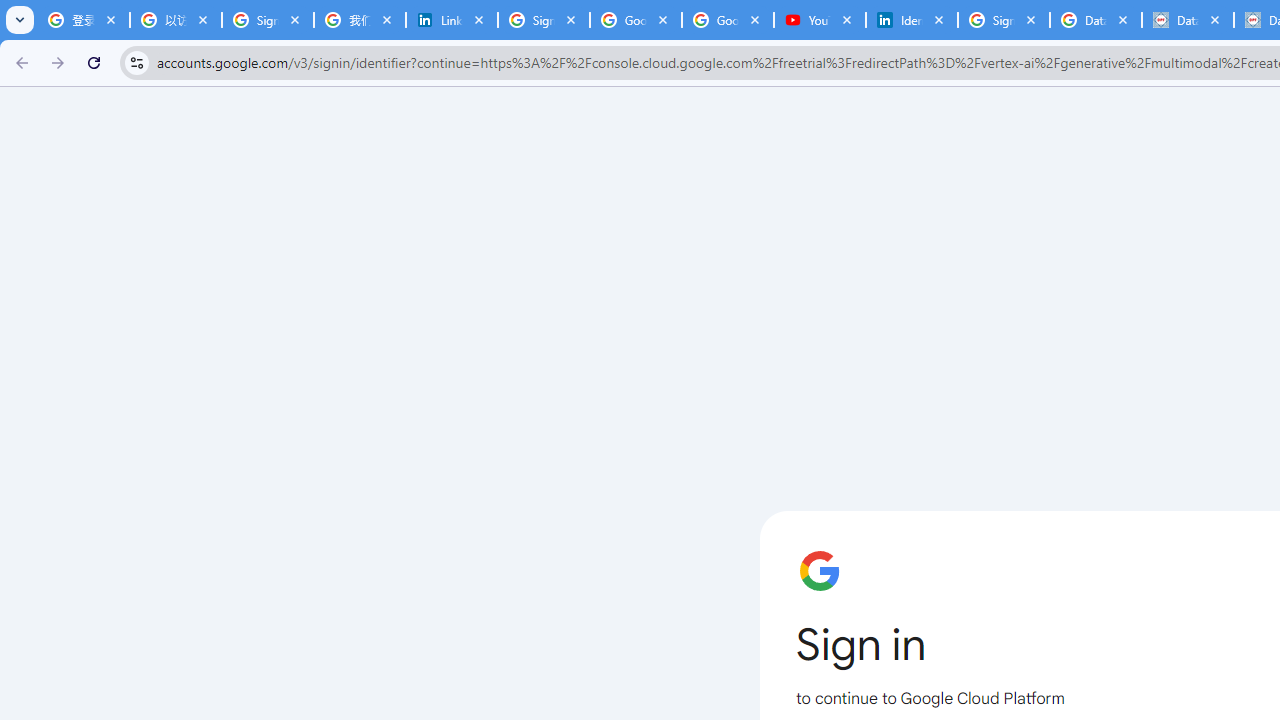 This screenshot has height=720, width=1280. I want to click on 'Sign in - Google Accounts', so click(544, 20).